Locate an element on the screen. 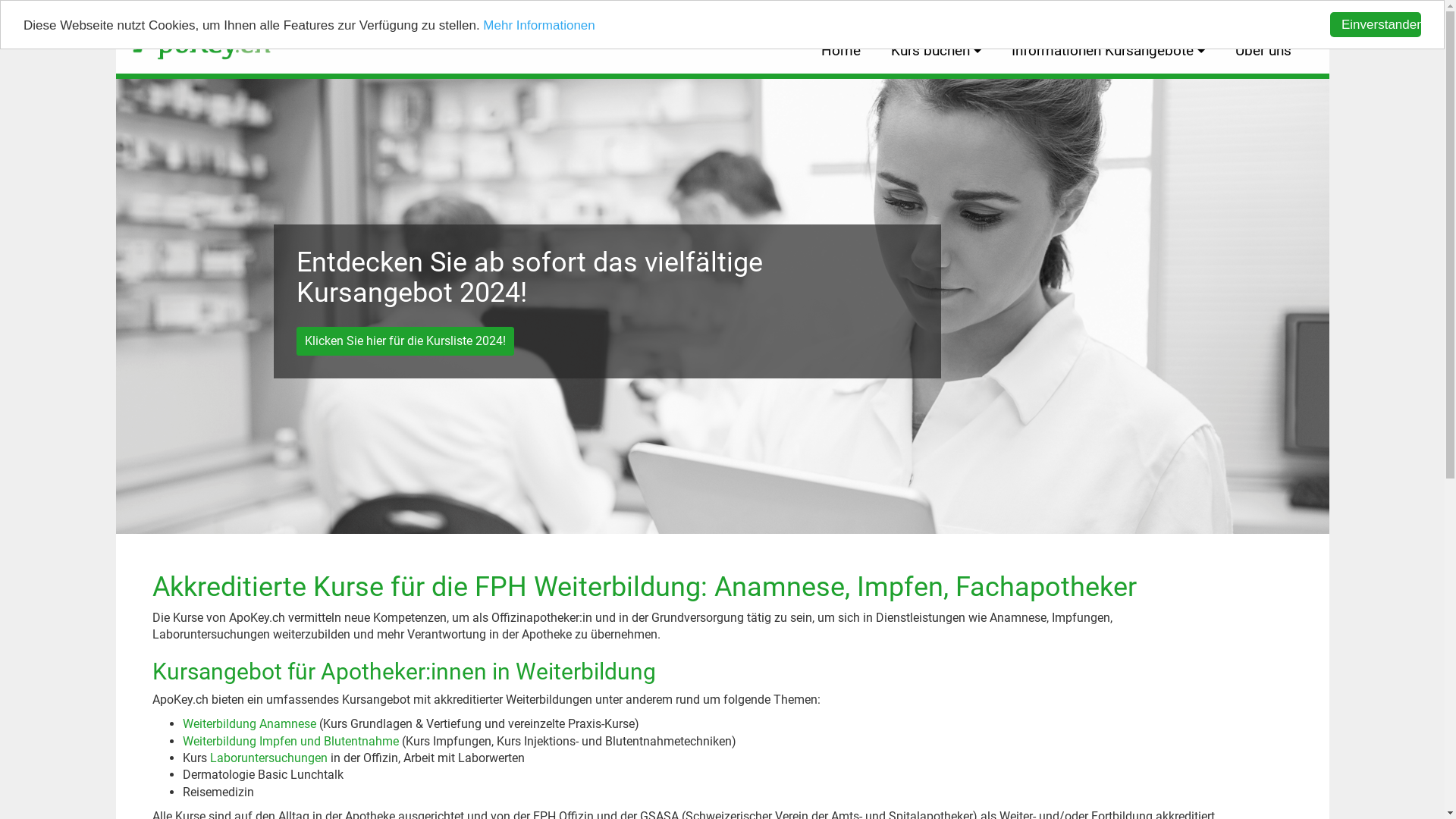 The width and height of the screenshot is (1456, 819). 'Weiterbildung Anamnese' is located at coordinates (248, 723).